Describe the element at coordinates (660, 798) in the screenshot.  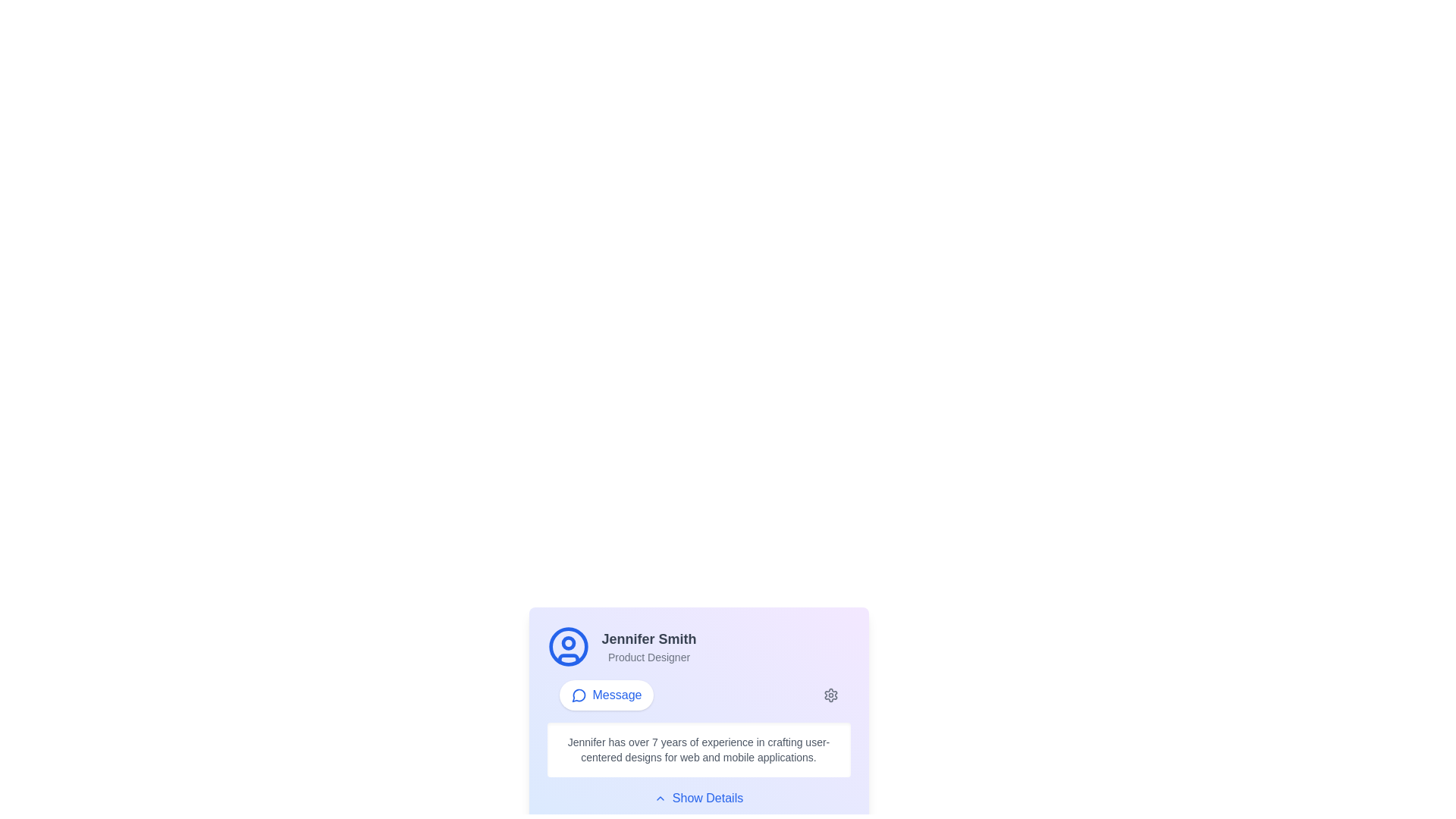
I see `the icon located to the left of the 'Show Details' text` at that location.